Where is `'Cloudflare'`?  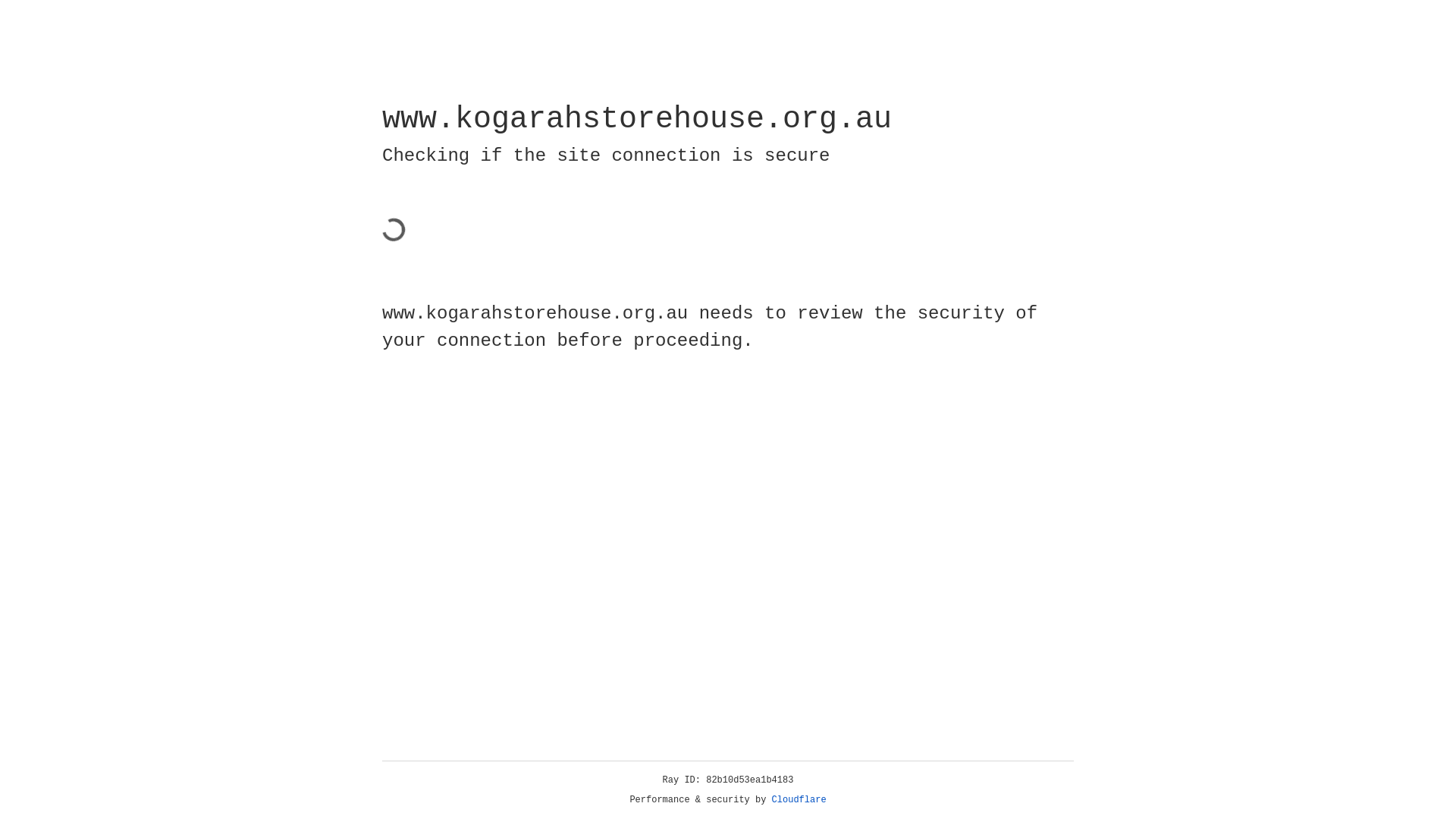
'Cloudflare' is located at coordinates (799, 799).